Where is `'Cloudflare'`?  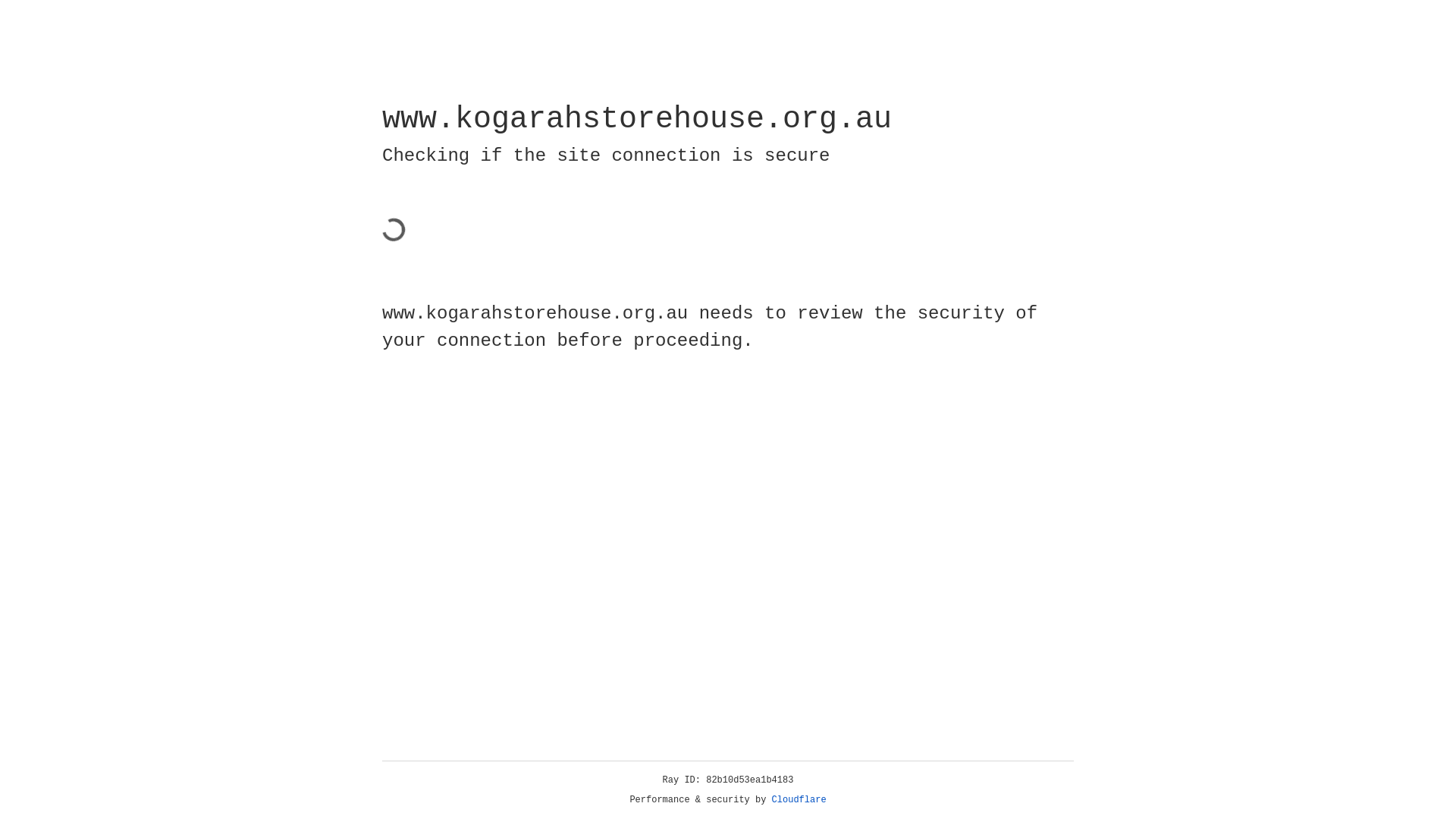
'Cloudflare' is located at coordinates (799, 799).